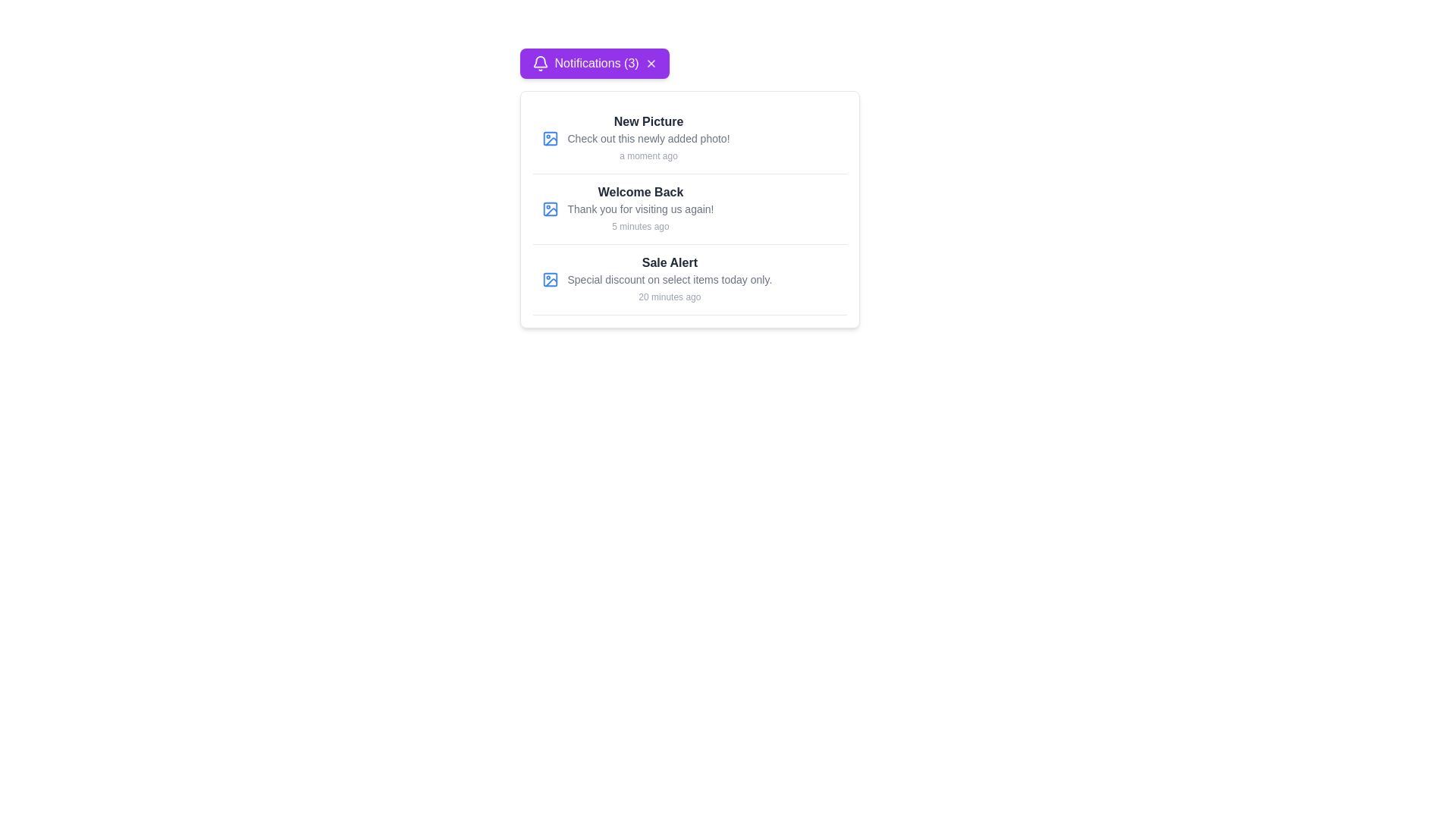 The image size is (1456, 819). Describe the element at coordinates (648, 138) in the screenshot. I see `the first notification item titled 'New Picture' in the notification list` at that location.